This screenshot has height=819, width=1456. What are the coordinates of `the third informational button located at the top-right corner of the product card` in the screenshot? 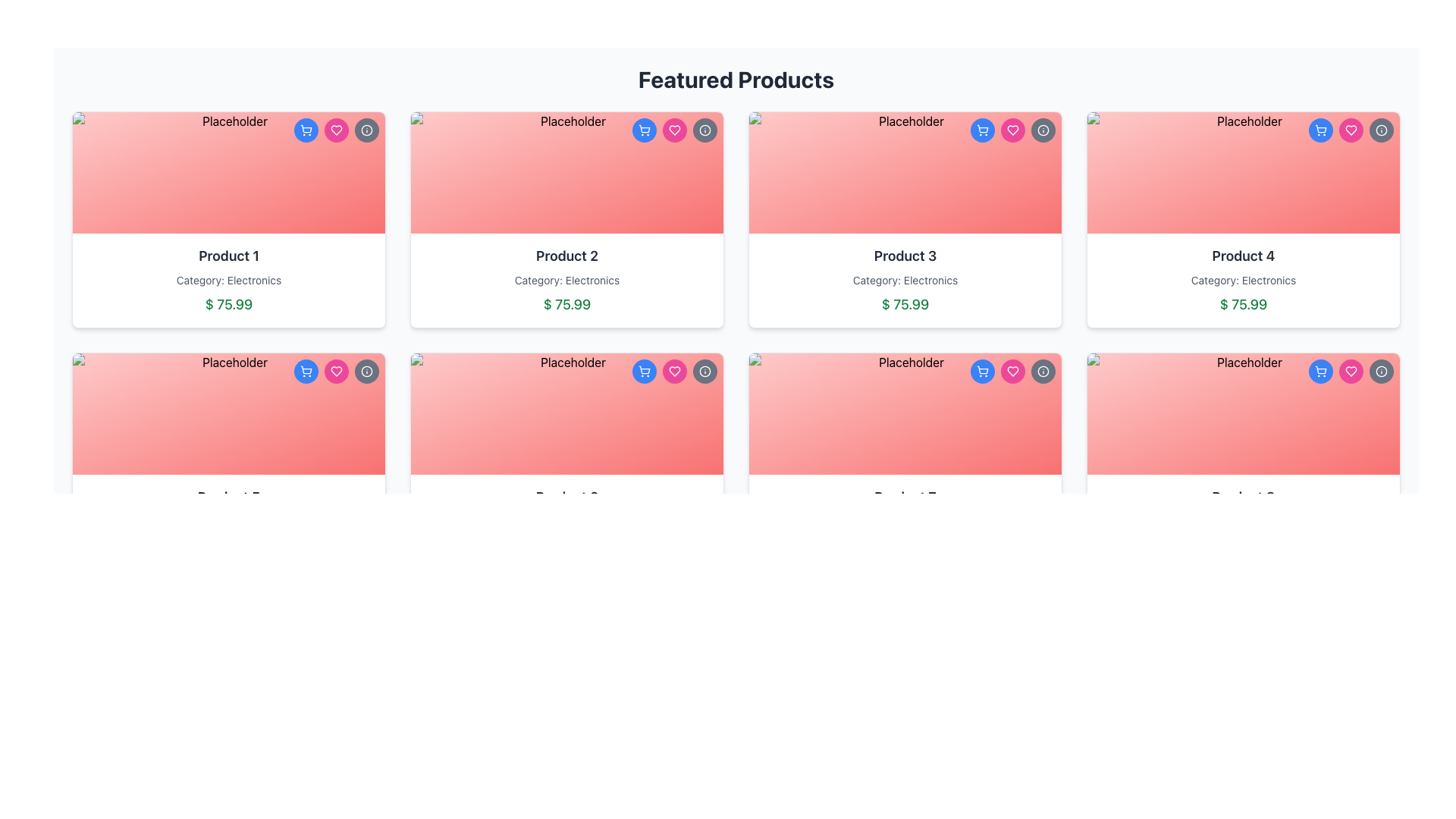 It's located at (704, 371).